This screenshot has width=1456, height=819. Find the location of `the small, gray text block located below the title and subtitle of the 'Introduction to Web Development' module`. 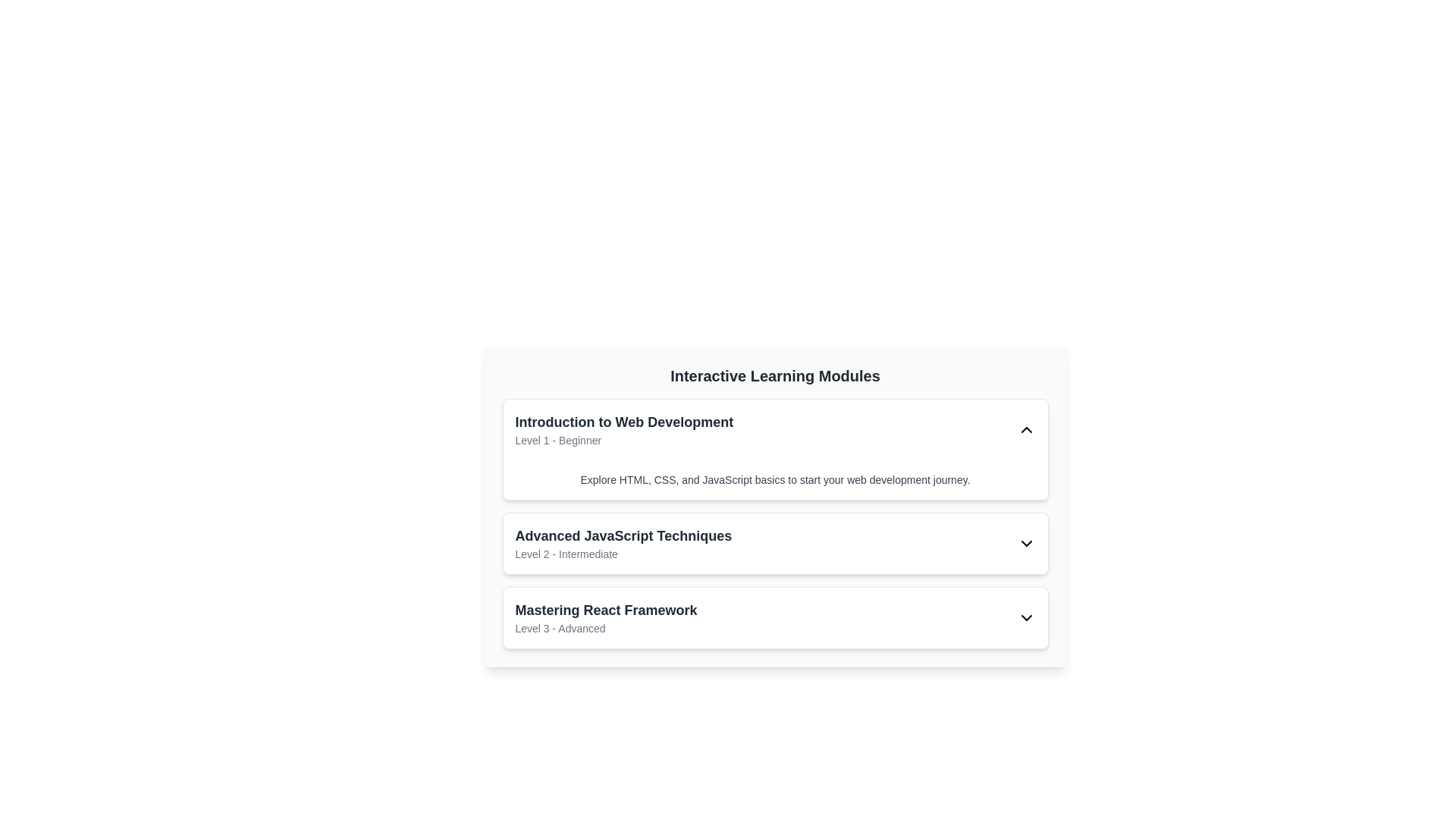

the small, gray text block located below the title and subtitle of the 'Introduction to Web Development' module is located at coordinates (775, 479).